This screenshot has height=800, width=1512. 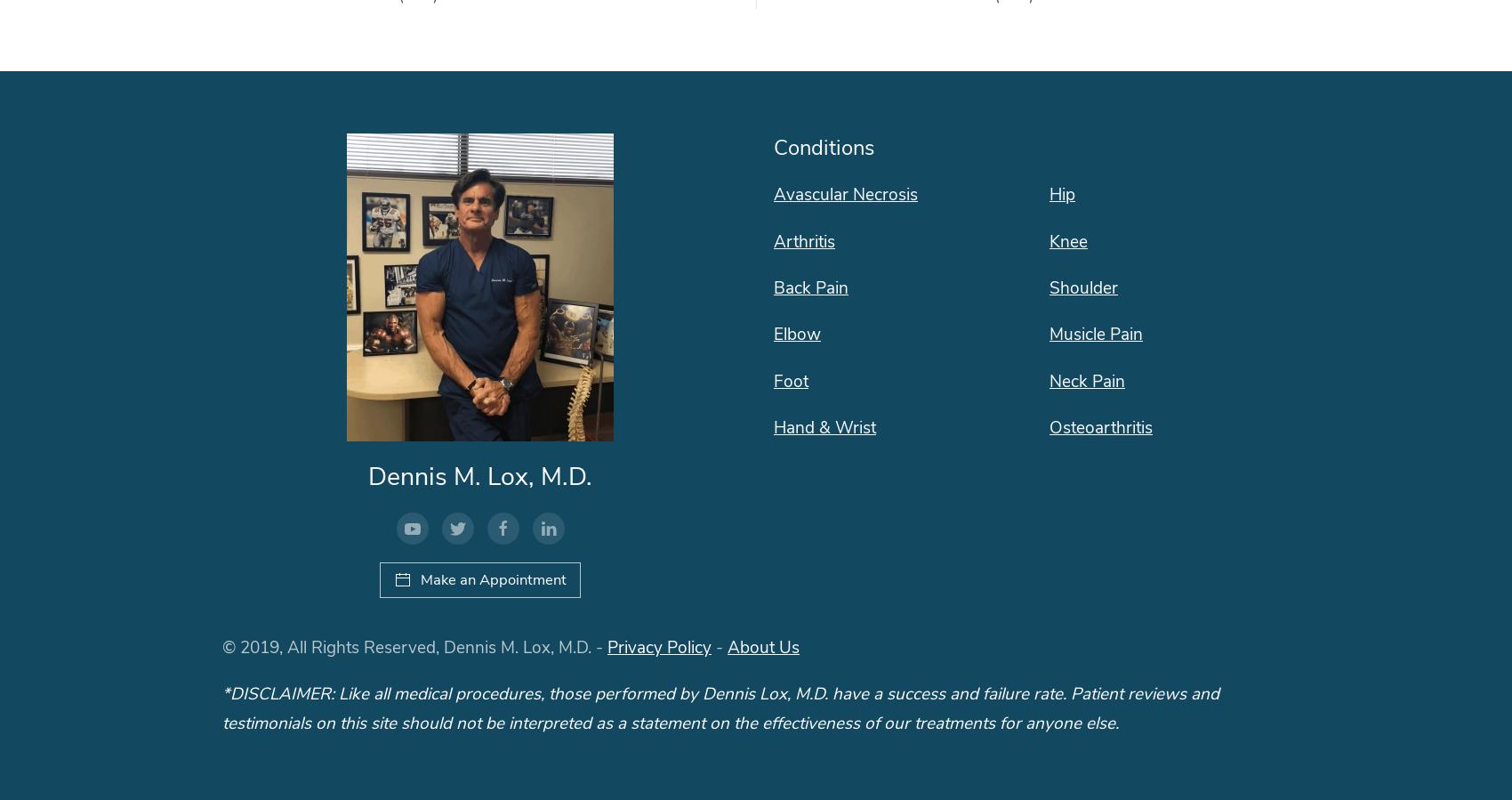 I want to click on '*DISCLAIMER: Like all medical procedures, those performed by Dennis Lox, M.D. have a success and failure rate. Patient reviews and testimonials on this site should not be interpreted as a statement on the effectiveness of our treatments for anyone else.', so click(x=720, y=707).